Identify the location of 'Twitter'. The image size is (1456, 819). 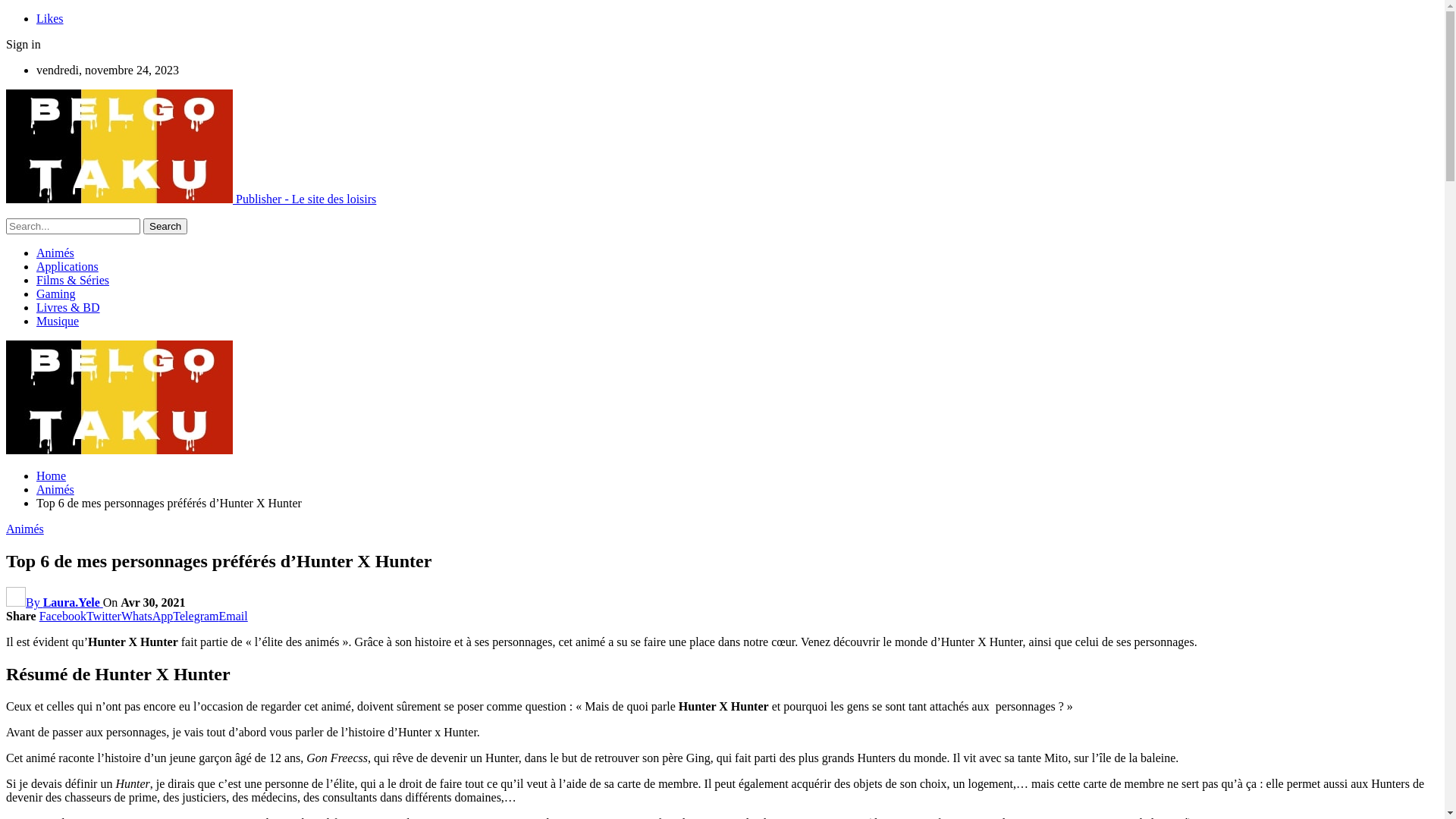
(103, 616).